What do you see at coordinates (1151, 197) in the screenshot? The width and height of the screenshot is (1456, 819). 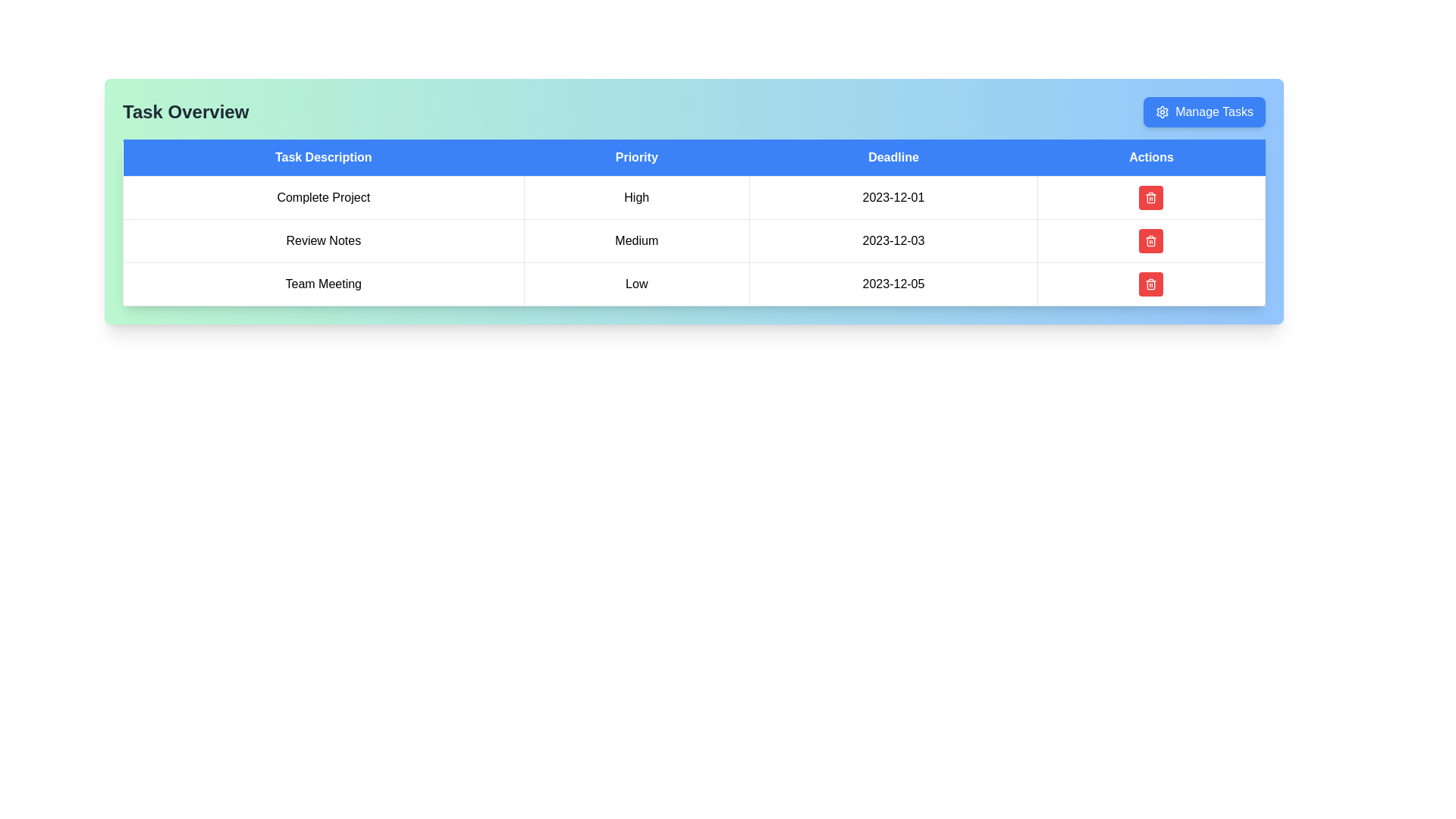 I see `the red button with a trash bin icon, located in the 'Actions' column of the task table aligned with the 'Team Meeting' row, to trigger the hover effect that changes its shade` at bounding box center [1151, 197].